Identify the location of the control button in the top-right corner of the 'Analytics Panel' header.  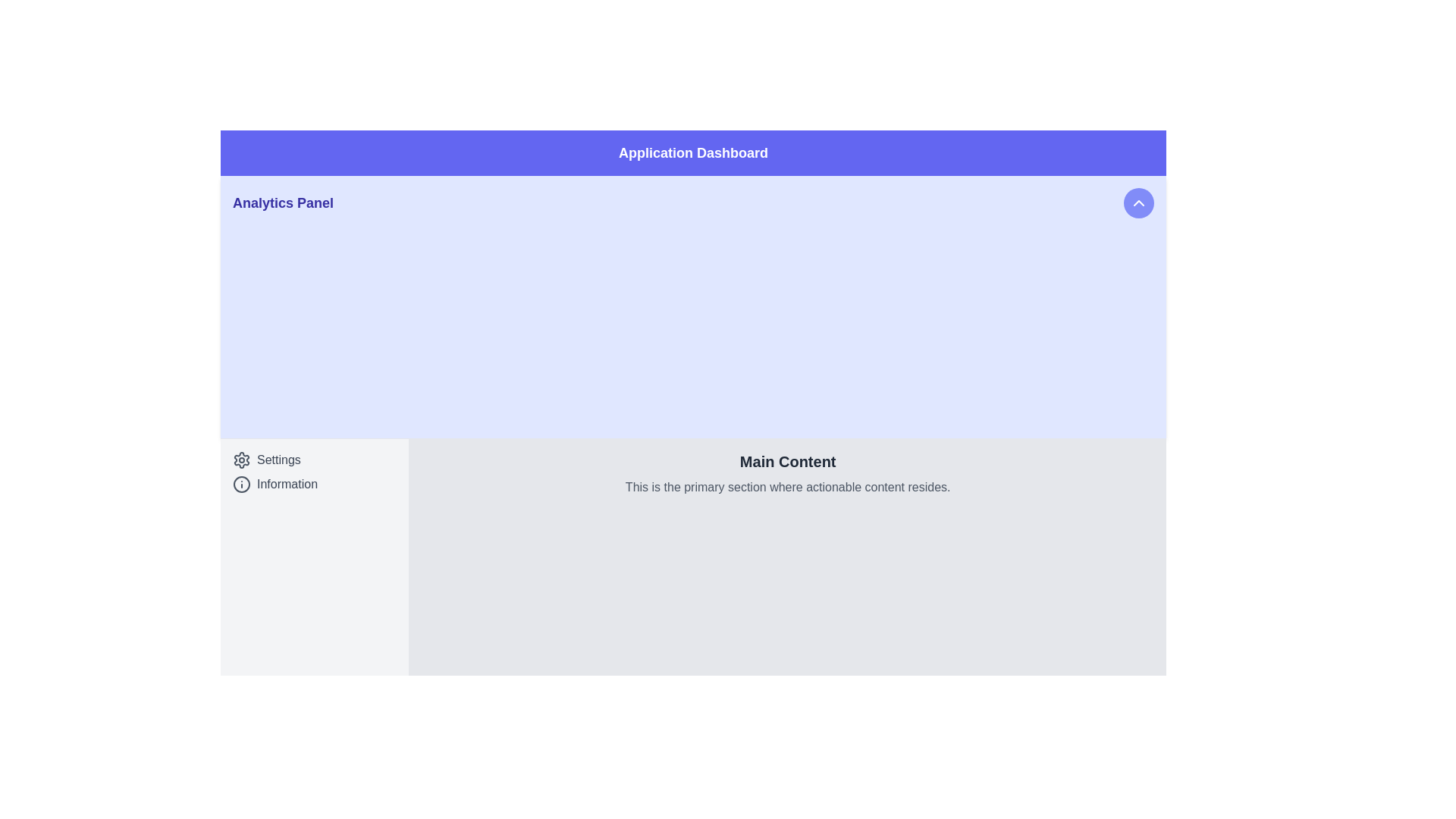
(1139, 202).